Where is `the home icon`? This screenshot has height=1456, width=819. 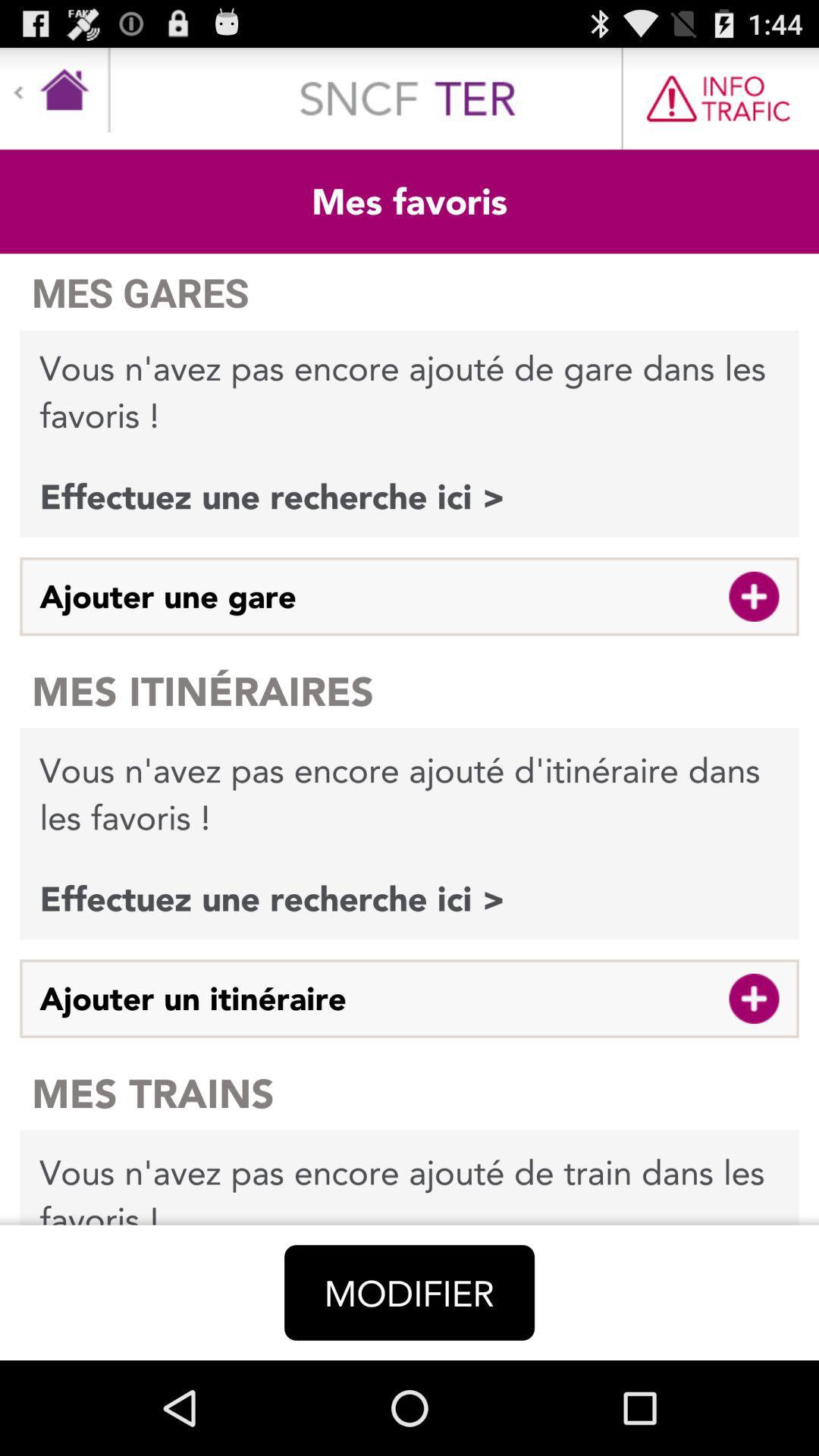 the home icon is located at coordinates (54, 96).